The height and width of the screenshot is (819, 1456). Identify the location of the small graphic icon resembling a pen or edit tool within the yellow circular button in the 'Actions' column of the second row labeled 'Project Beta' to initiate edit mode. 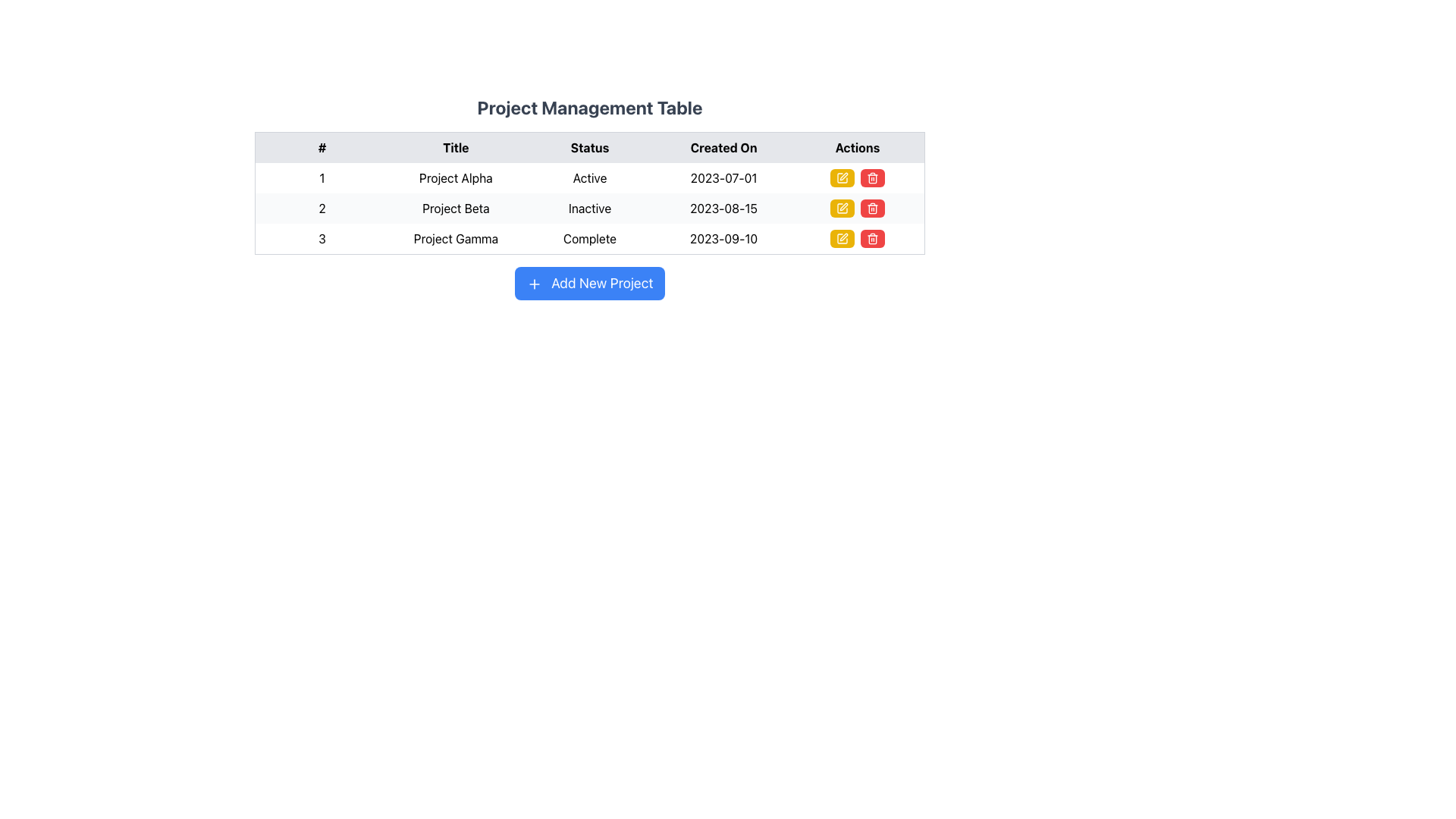
(843, 207).